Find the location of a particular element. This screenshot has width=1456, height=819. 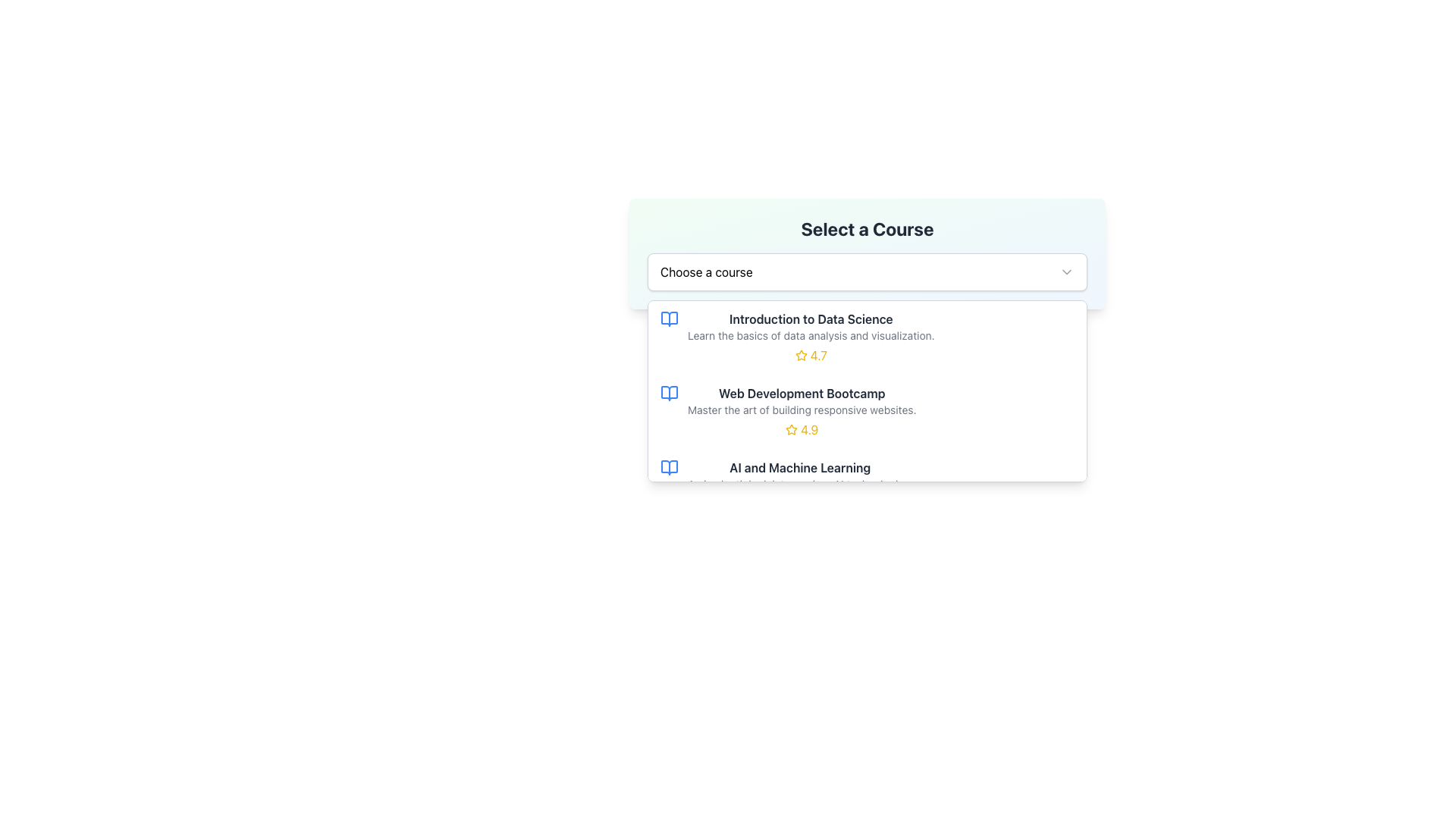

the dropdown menu labeled 'Choose a course' is located at coordinates (867, 271).